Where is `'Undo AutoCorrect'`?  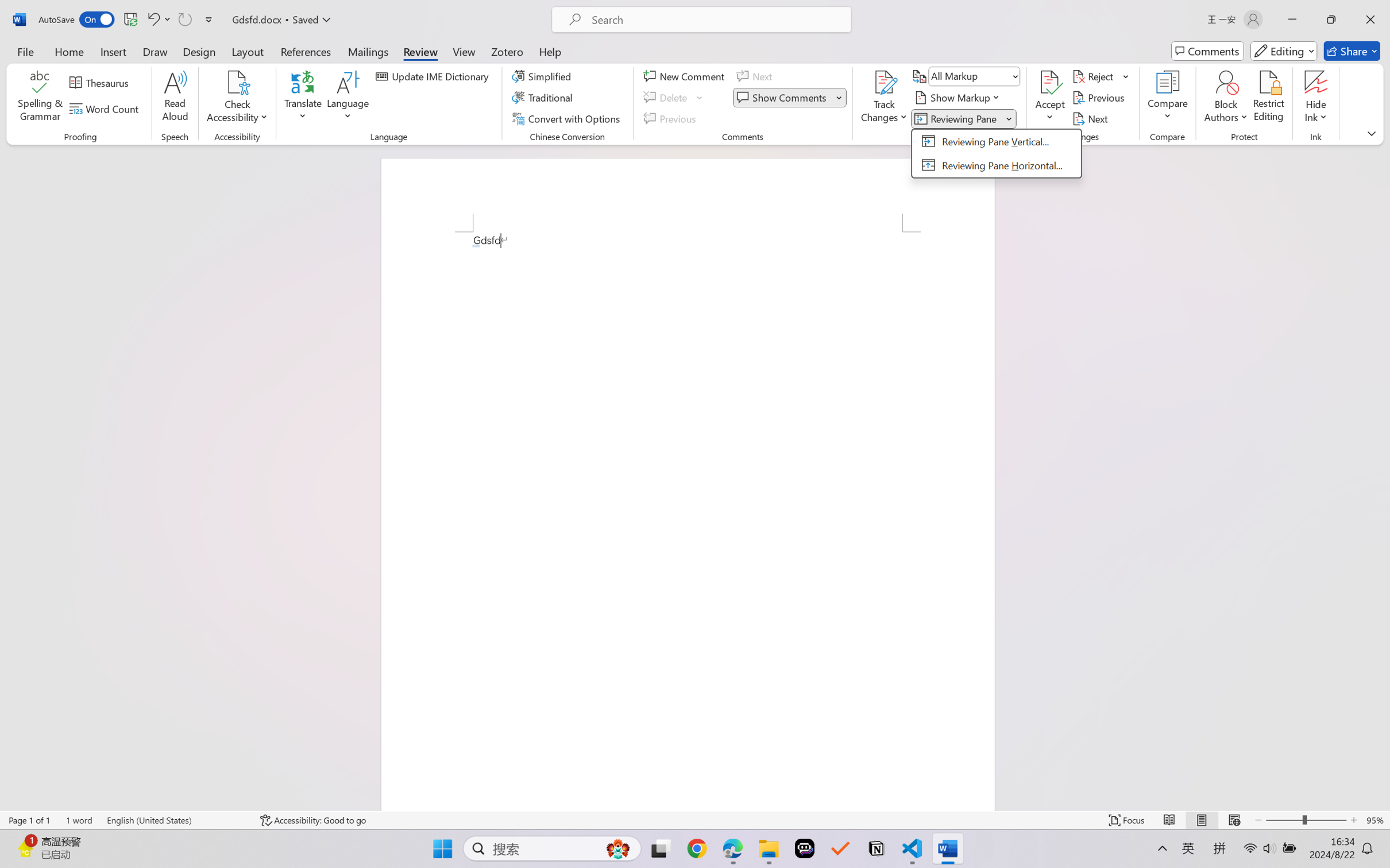 'Undo AutoCorrect' is located at coordinates (157, 19).